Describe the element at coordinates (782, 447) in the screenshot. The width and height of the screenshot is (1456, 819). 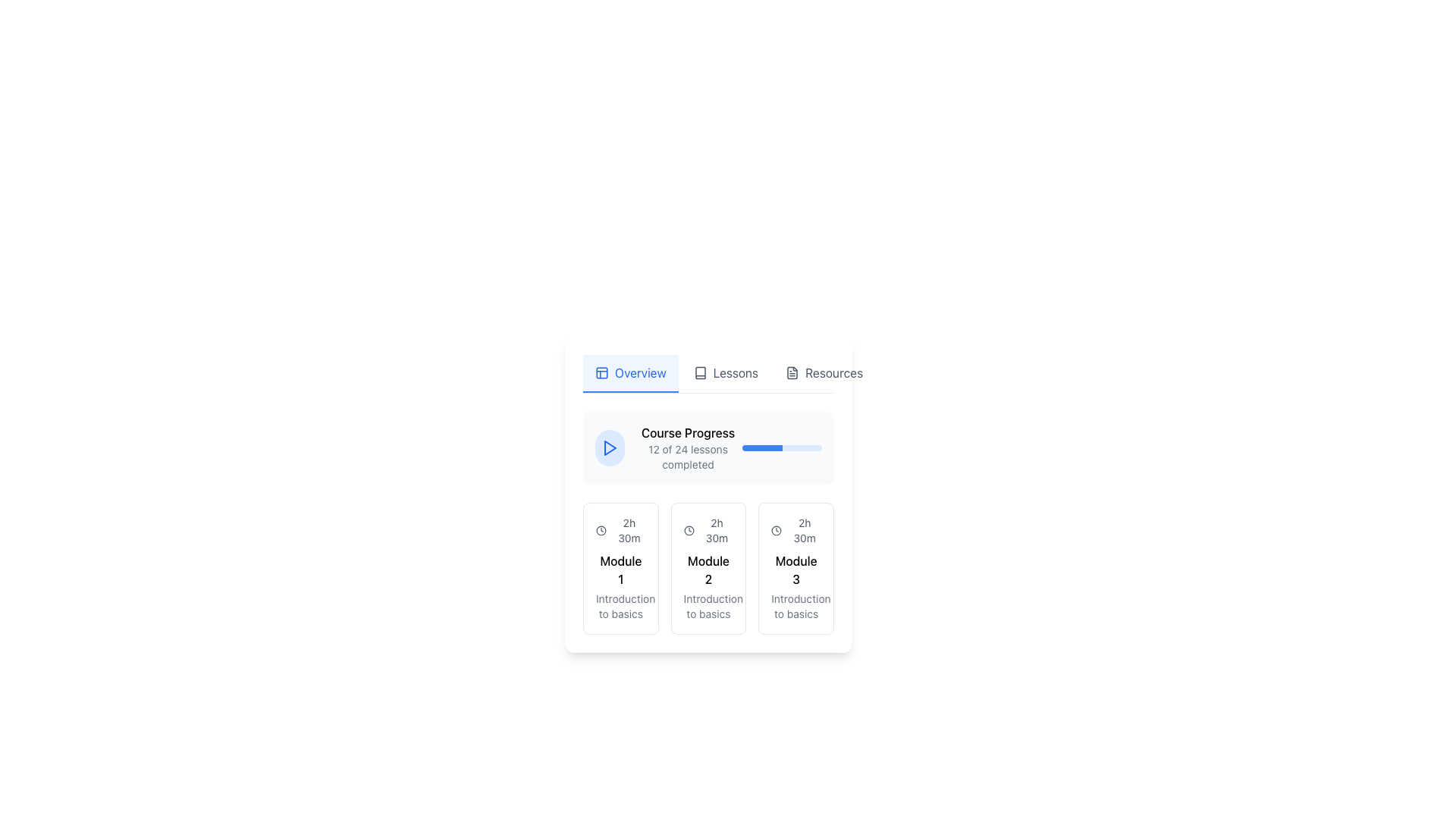
I see `the progress representation by focusing on the progress bar that visually indicates the completion percentage of the course, located below the text '12 of 24 lessons completed'` at that location.